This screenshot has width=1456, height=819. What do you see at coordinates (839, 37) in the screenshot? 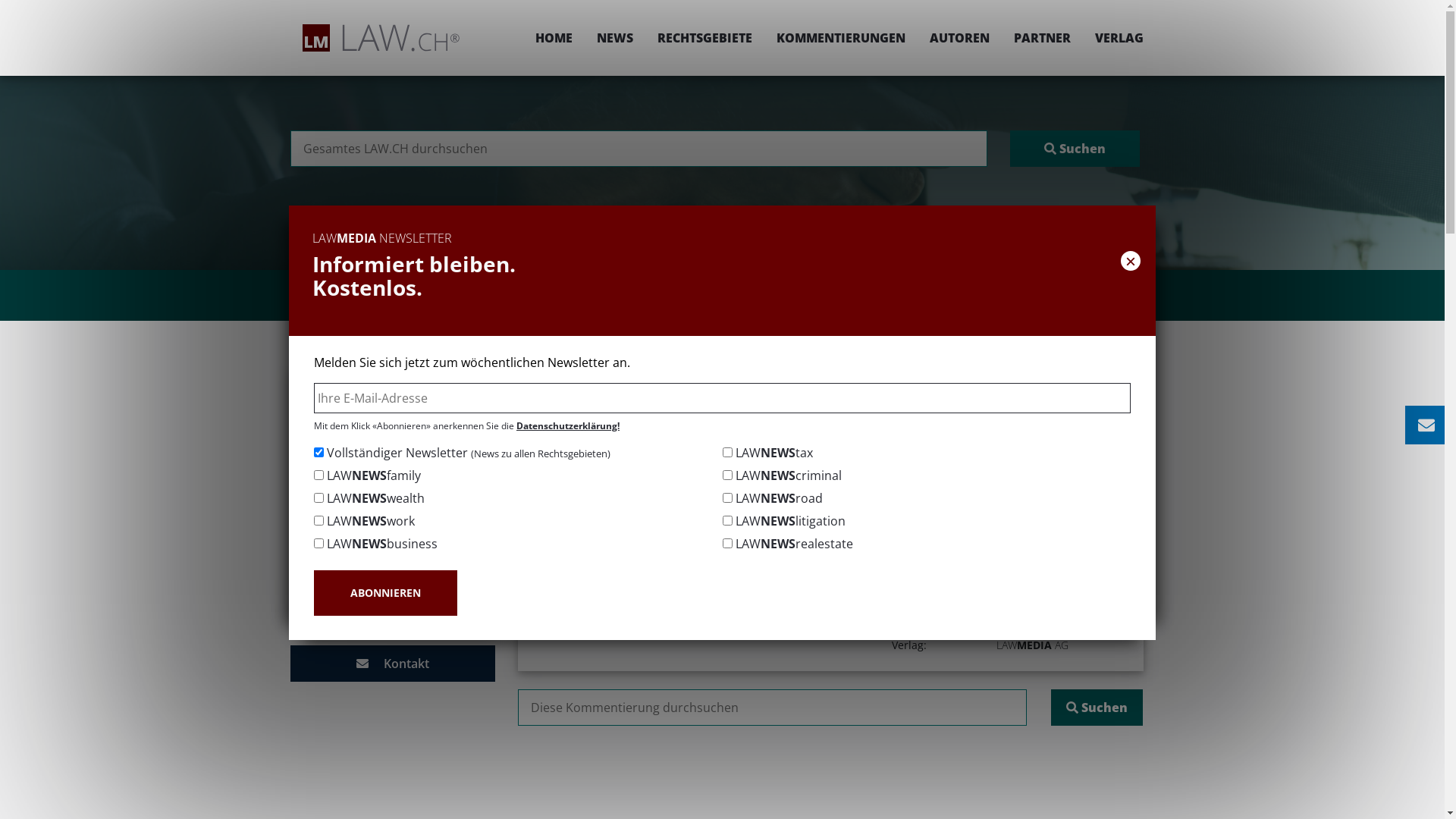
I see `'KOMMENTIERUNGEN'` at bounding box center [839, 37].